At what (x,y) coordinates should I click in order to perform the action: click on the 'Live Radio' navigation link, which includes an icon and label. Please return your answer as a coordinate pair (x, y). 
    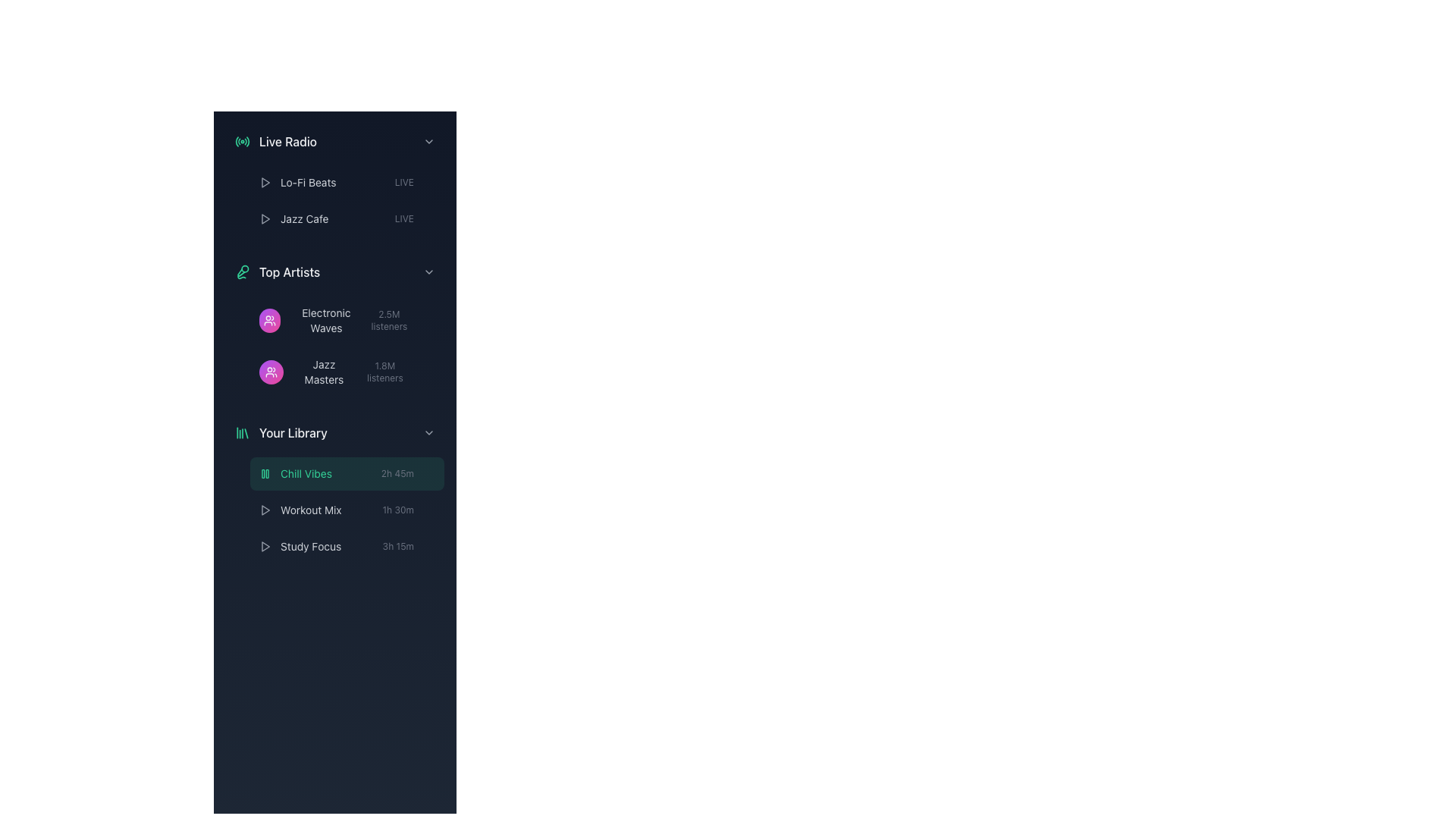
    Looking at the image, I should click on (276, 141).